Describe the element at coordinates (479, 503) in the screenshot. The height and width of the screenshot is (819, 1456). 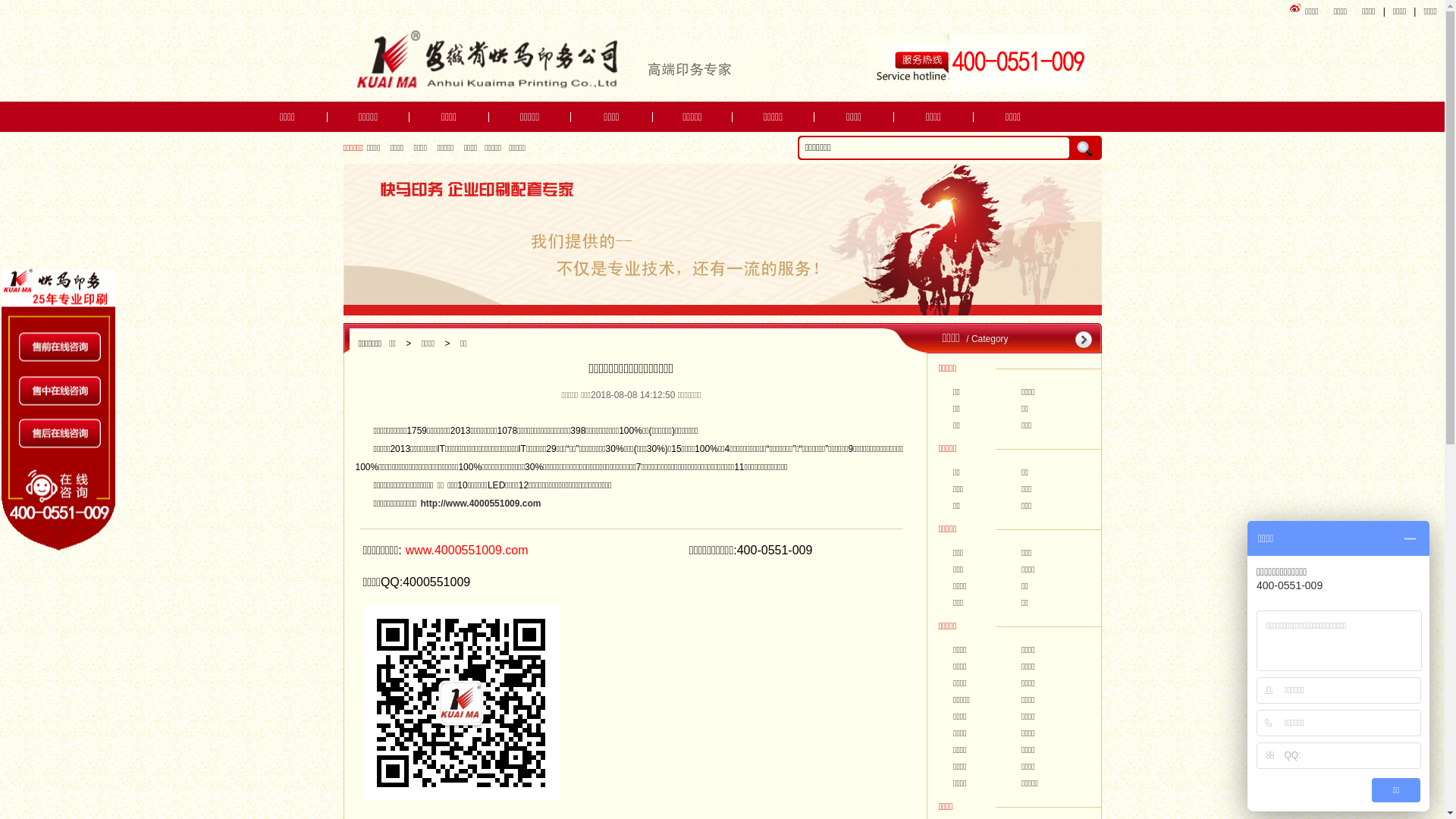
I see `'http://www.4000551009.com'` at that location.